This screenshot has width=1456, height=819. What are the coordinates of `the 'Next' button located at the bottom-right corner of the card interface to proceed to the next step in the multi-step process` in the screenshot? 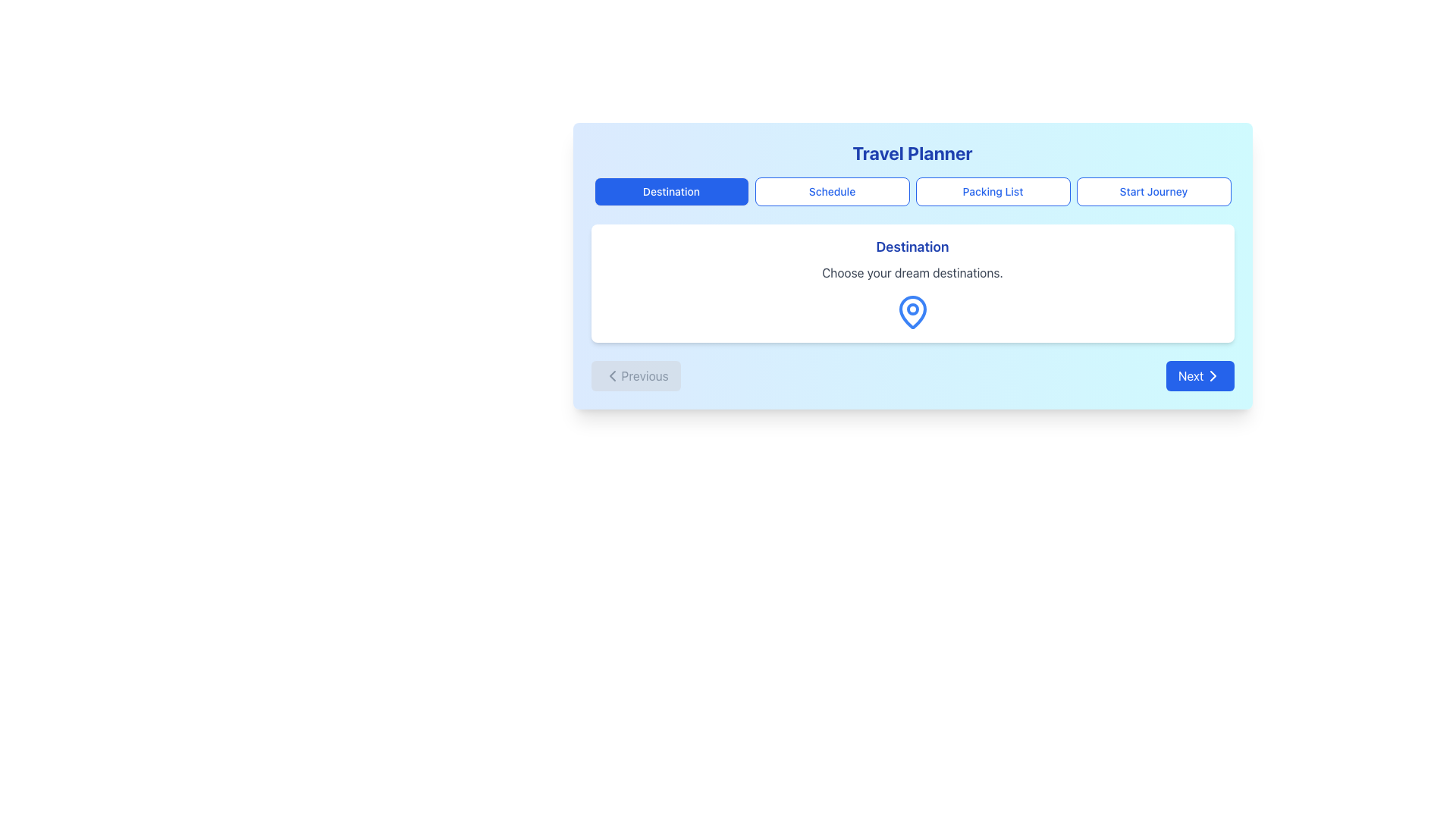 It's located at (1199, 375).